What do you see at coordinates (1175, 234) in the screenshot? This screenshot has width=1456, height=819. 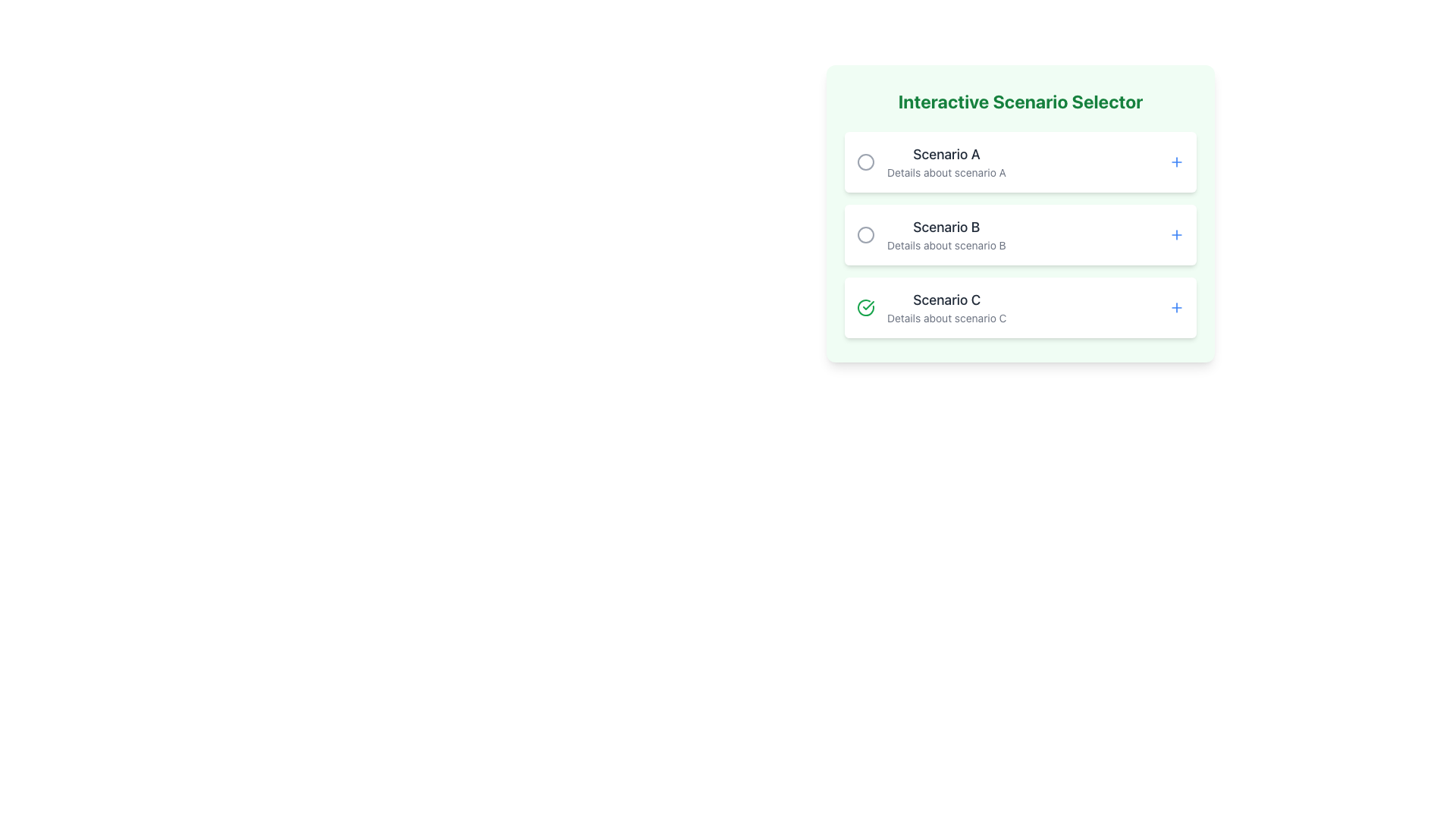 I see `the blue plus sign icon located on the right side of the row labeled 'Scenario B'` at bounding box center [1175, 234].